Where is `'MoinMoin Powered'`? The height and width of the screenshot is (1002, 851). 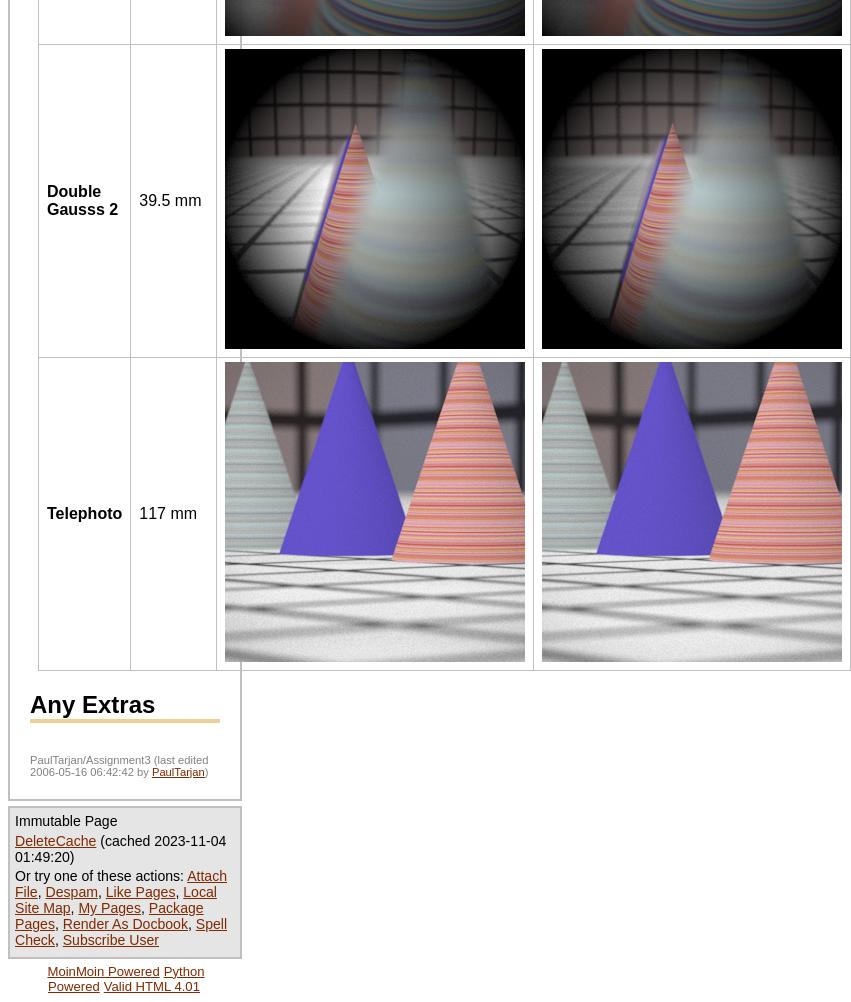
'MoinMoin Powered' is located at coordinates (101, 969).